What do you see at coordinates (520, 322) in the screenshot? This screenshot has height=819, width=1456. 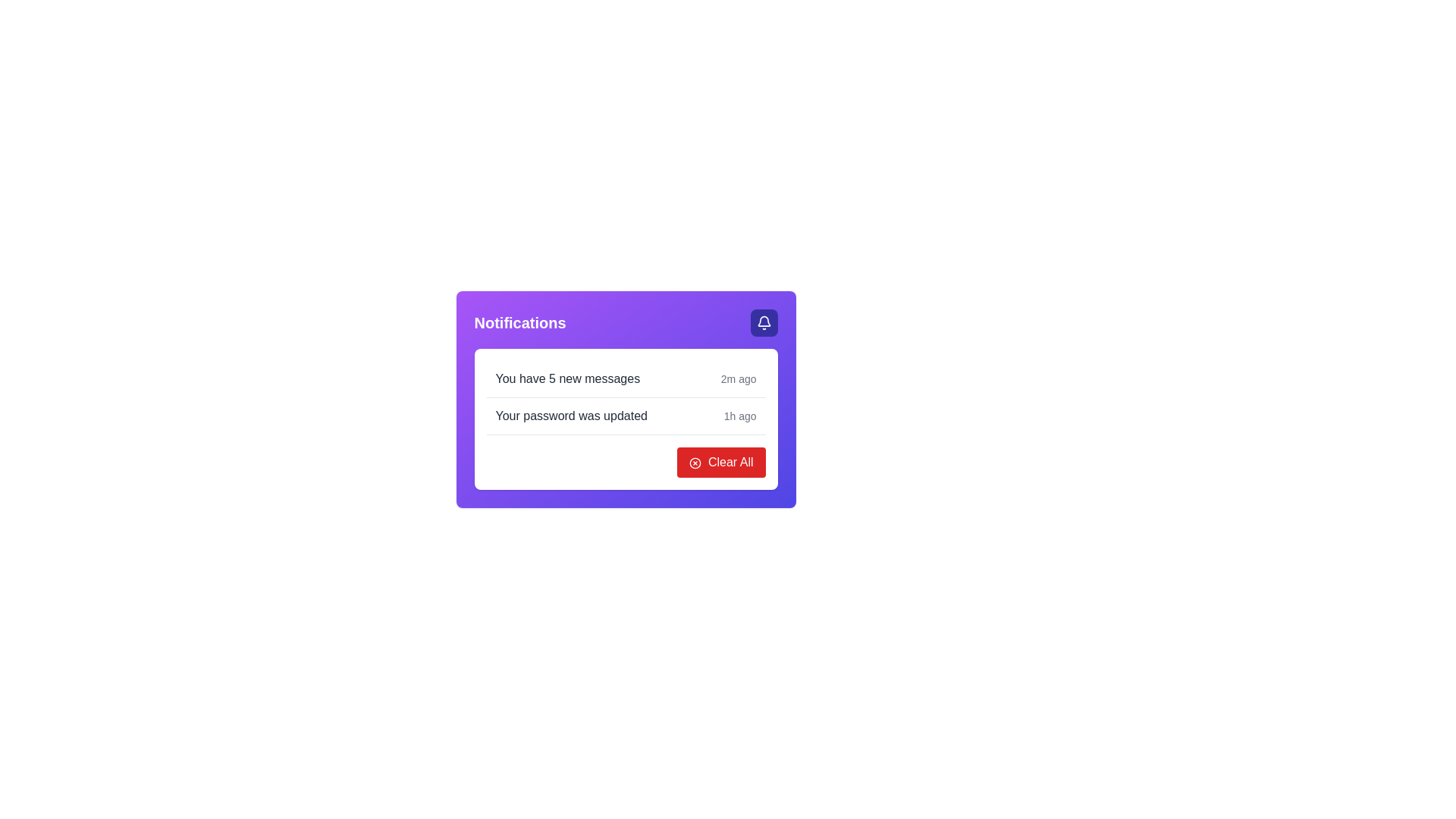 I see `the bold, large-sized 'Notifications' text label with a white font color on a purple background, located in the header section before the bell icon` at bounding box center [520, 322].